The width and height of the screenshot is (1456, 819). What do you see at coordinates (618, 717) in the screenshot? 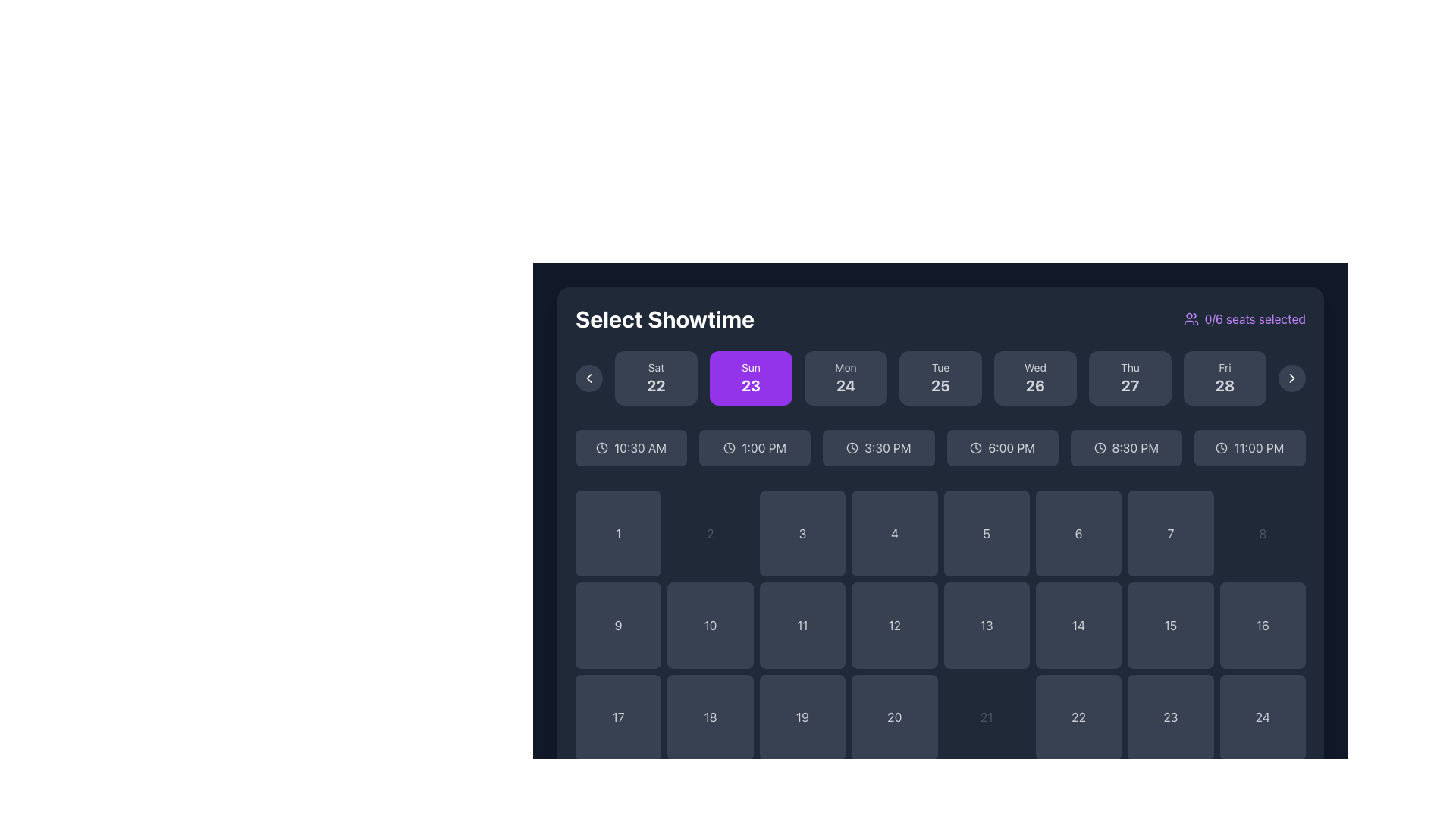
I see `the square-shaped button with rounded corners and the numeric text '17' centered in light gray color, located at the bottom-left section of the grid layout` at bounding box center [618, 717].